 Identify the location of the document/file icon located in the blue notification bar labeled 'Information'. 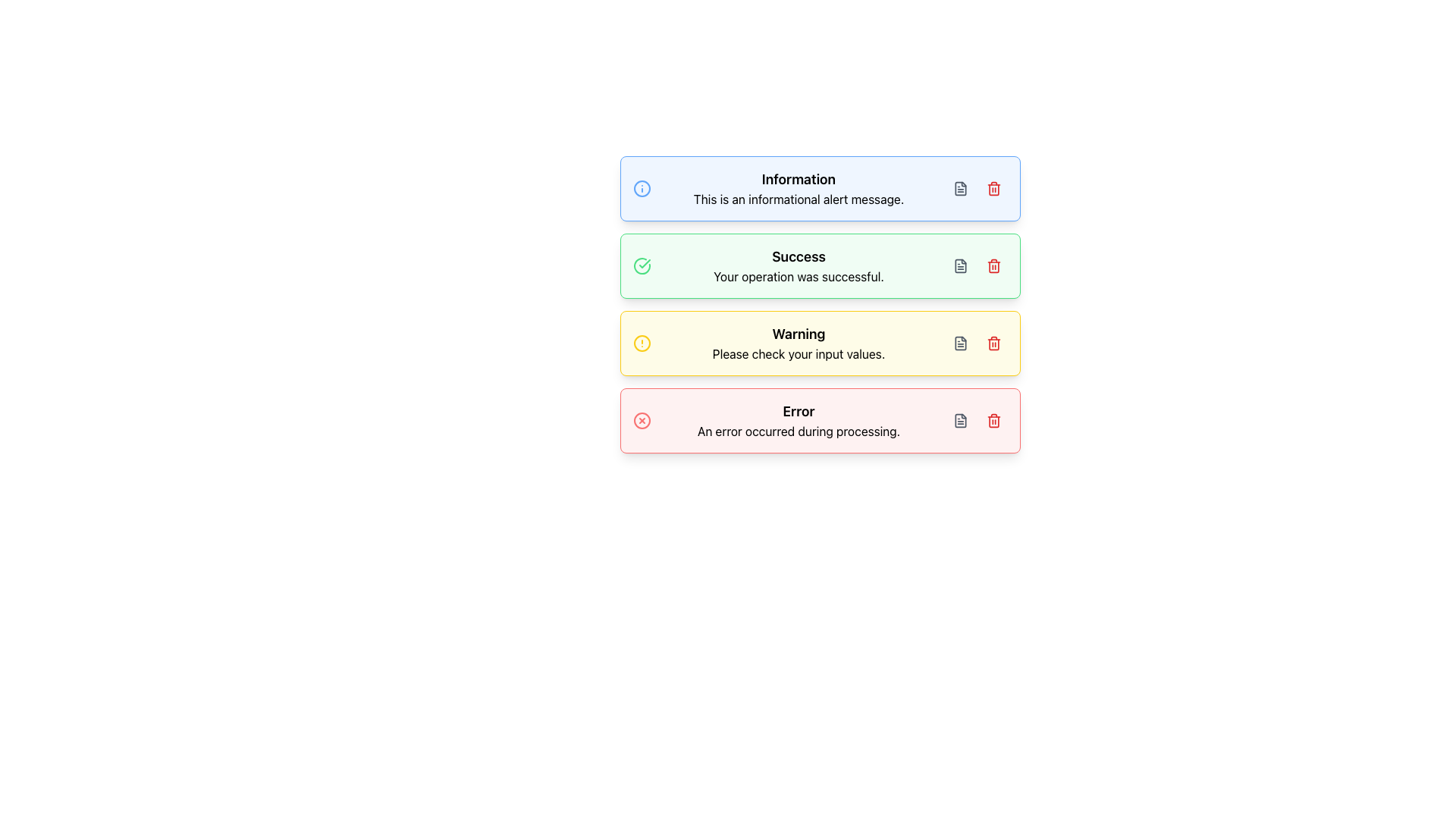
(959, 188).